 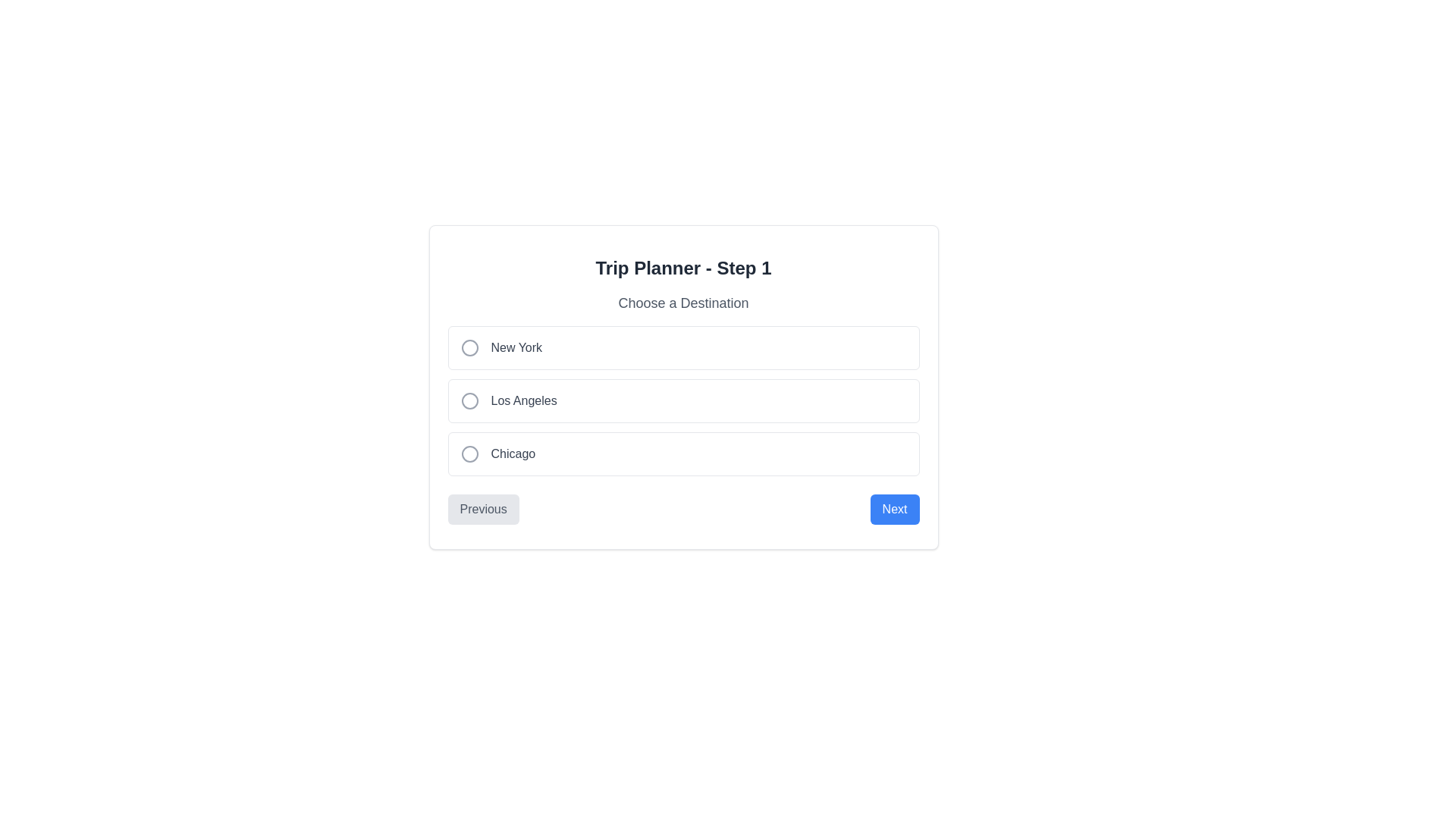 What do you see at coordinates (682, 348) in the screenshot?
I see `the 'New York' radio button option in the 'Choose a Destination' section` at bounding box center [682, 348].